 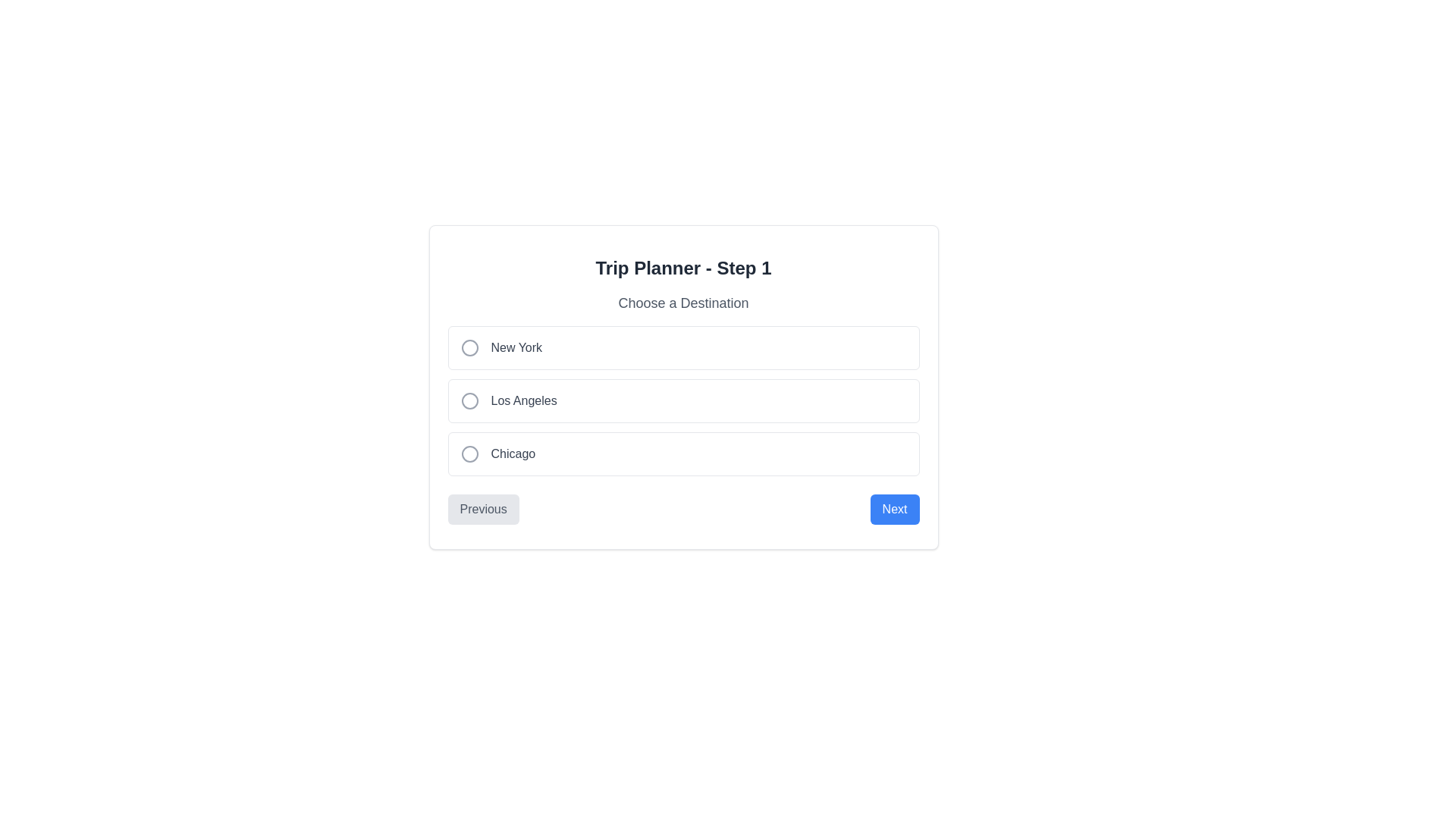 What do you see at coordinates (682, 348) in the screenshot?
I see `the 'New York' radio button option in the 'Choose a Destination' section` at bounding box center [682, 348].